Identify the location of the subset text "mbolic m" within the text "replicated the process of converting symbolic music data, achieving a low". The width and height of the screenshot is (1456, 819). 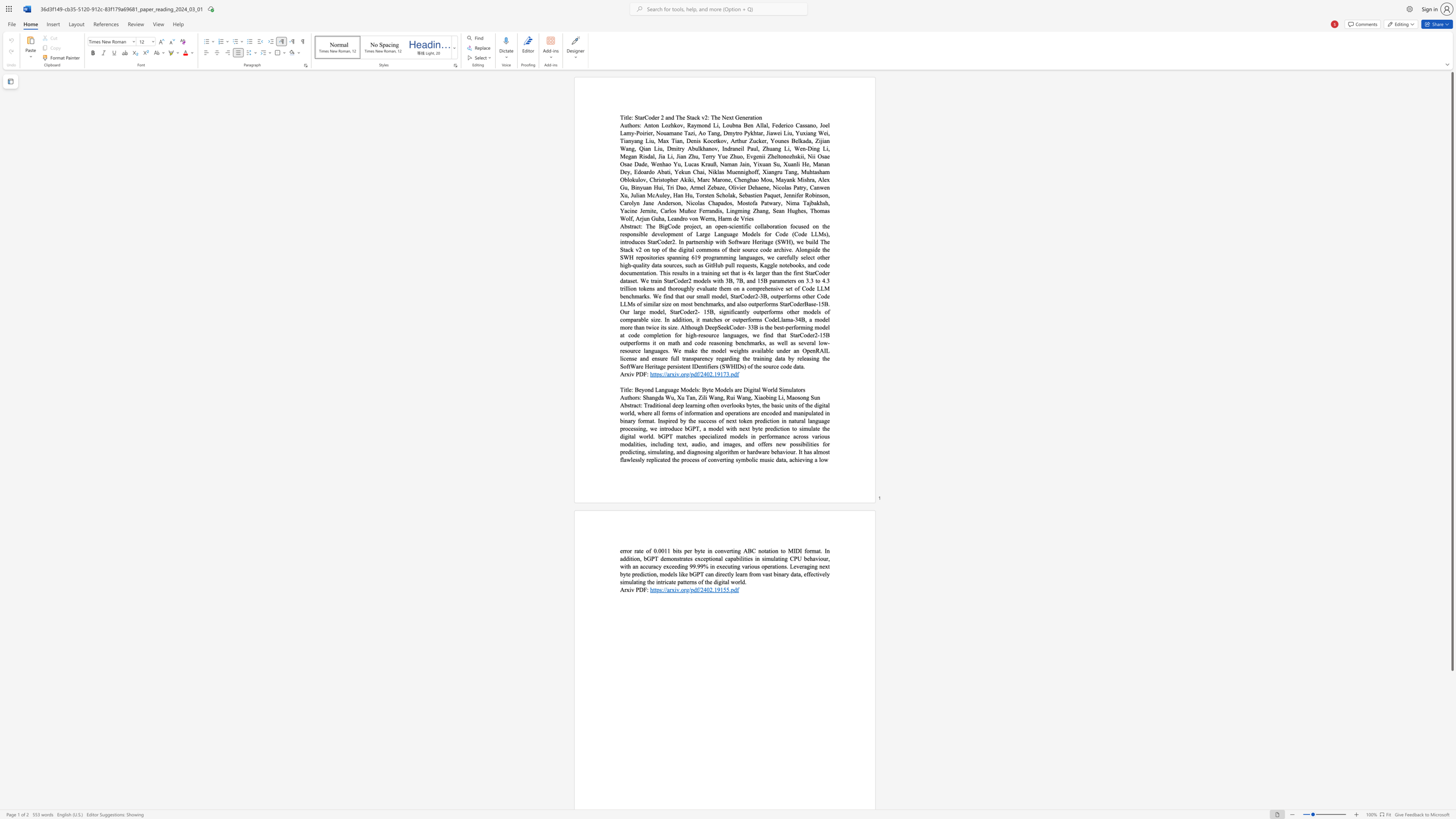
(741, 460).